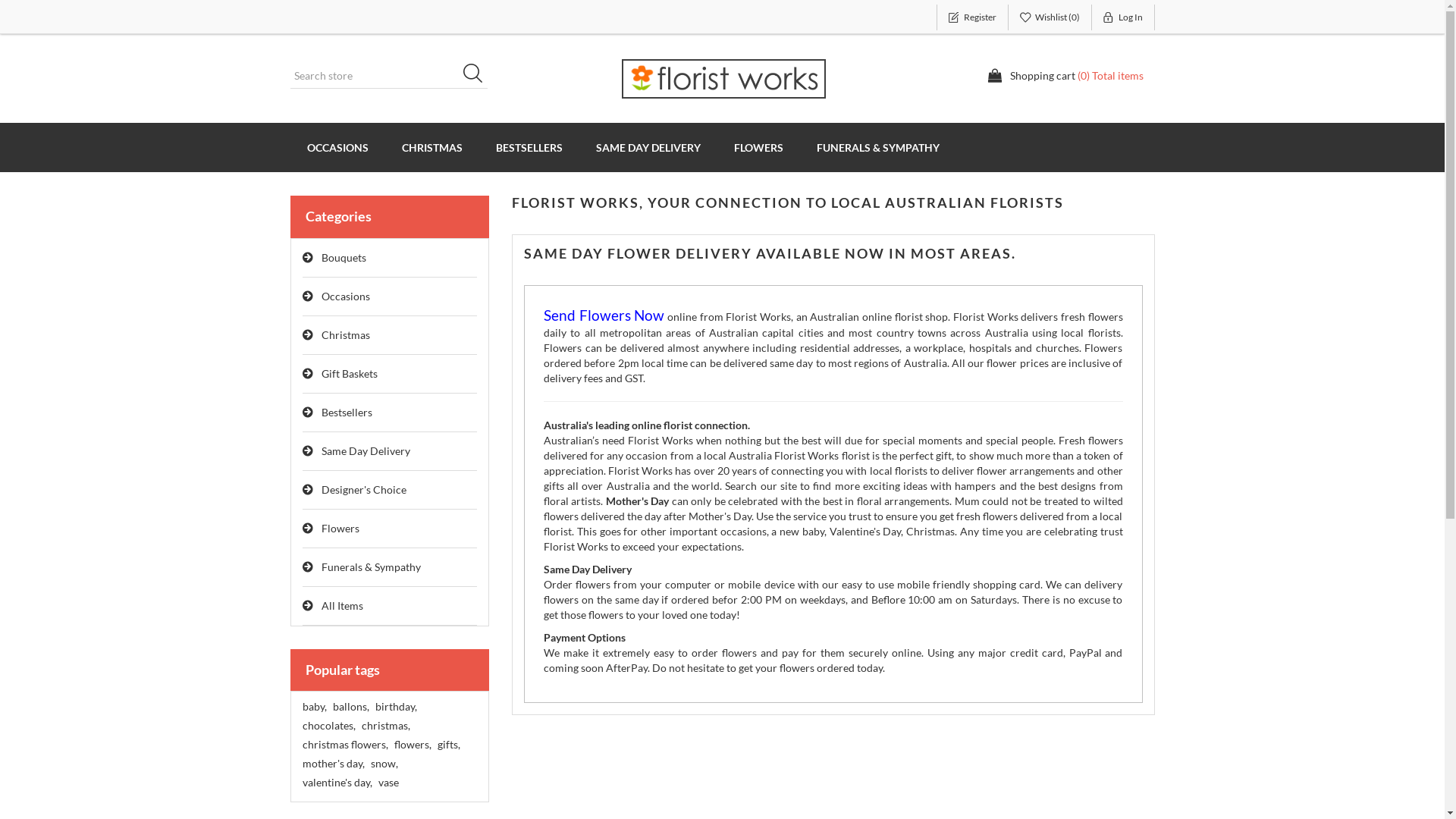 This screenshot has height=819, width=1456. What do you see at coordinates (385, 147) in the screenshot?
I see `'CHRISTMAS'` at bounding box center [385, 147].